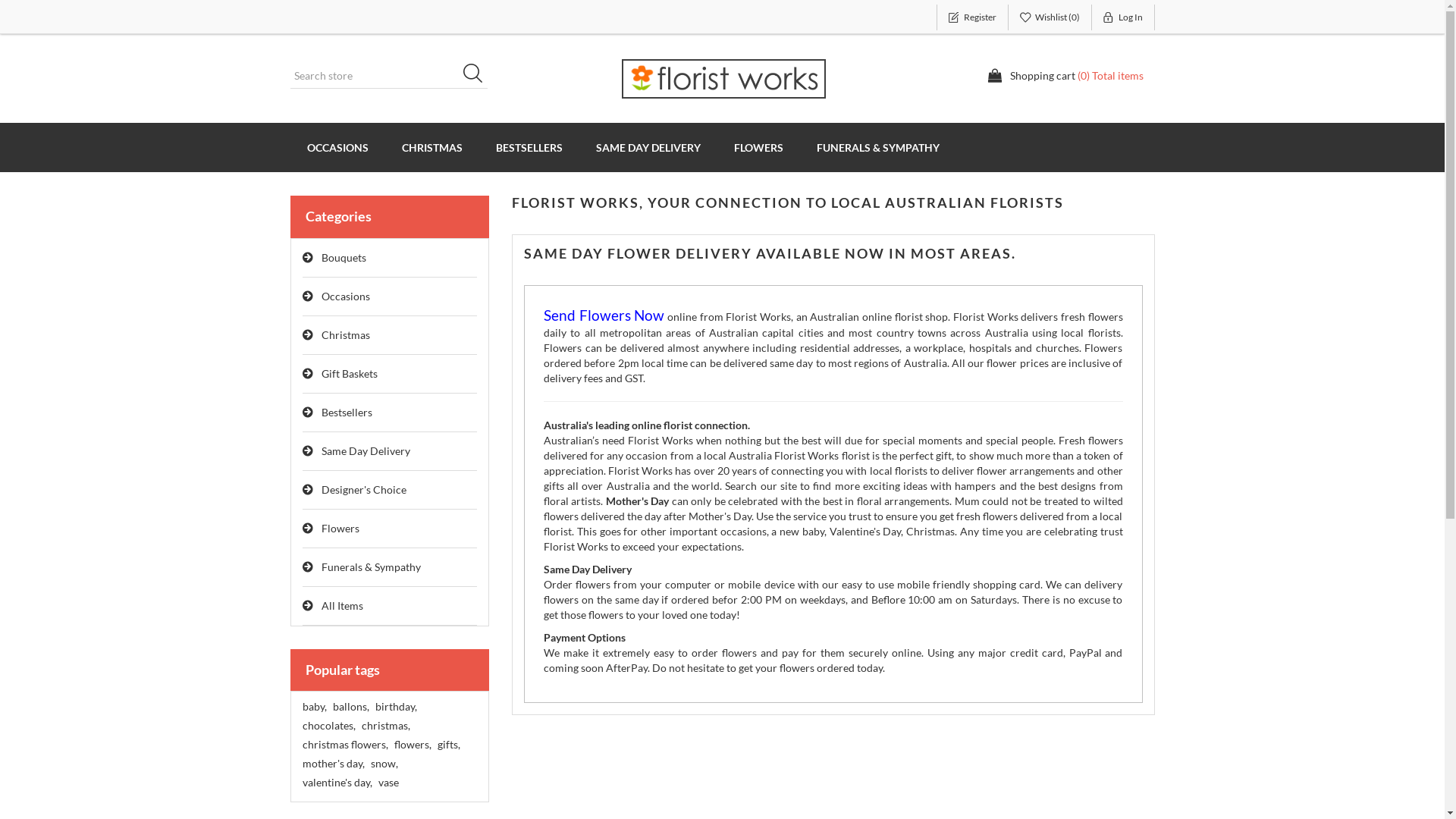 This screenshot has height=819, width=1456. What do you see at coordinates (385, 147) in the screenshot?
I see `'CHRISTMAS'` at bounding box center [385, 147].